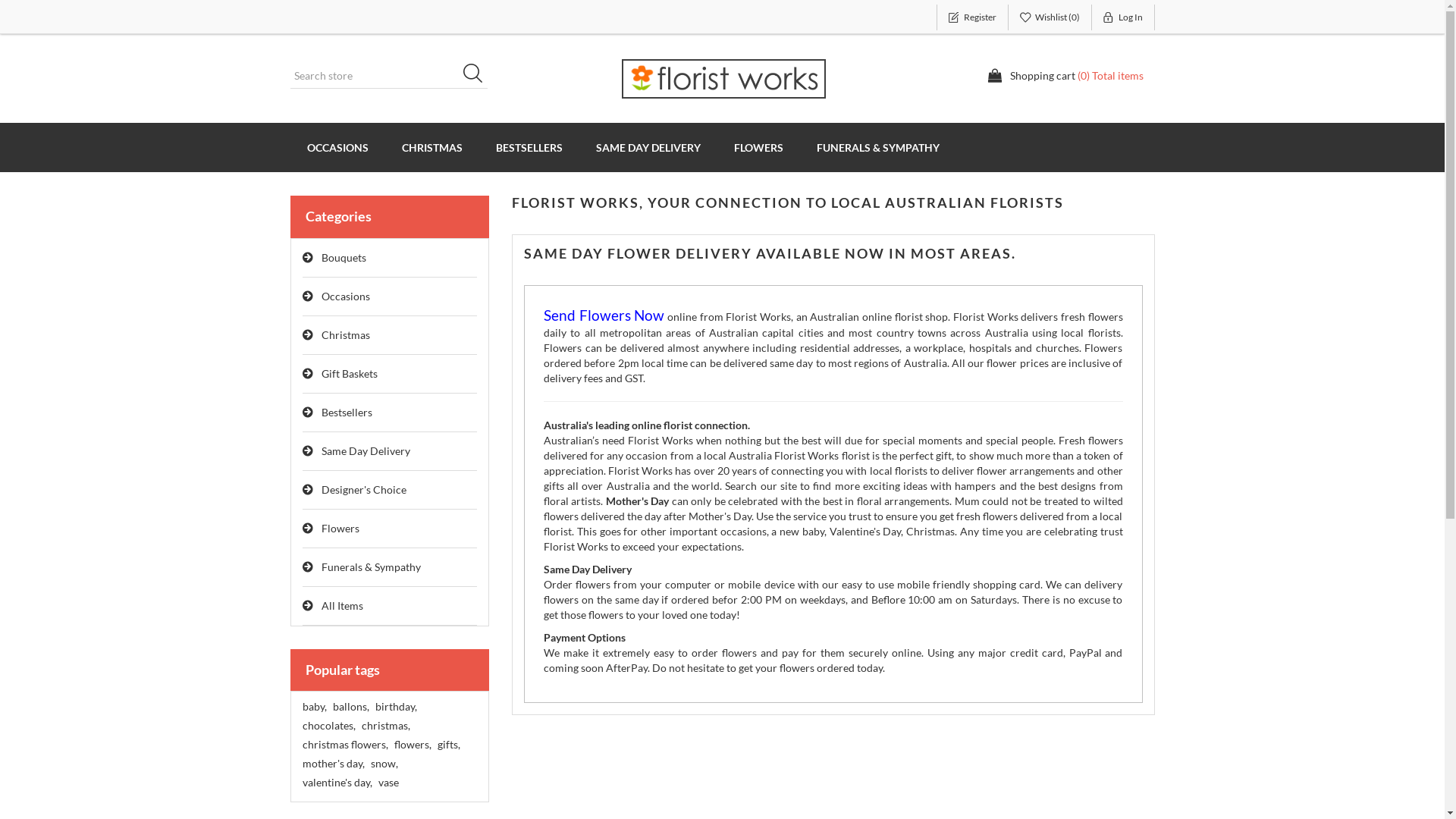 This screenshot has height=819, width=1456. What do you see at coordinates (385, 147) in the screenshot?
I see `'CHRISTMAS'` at bounding box center [385, 147].